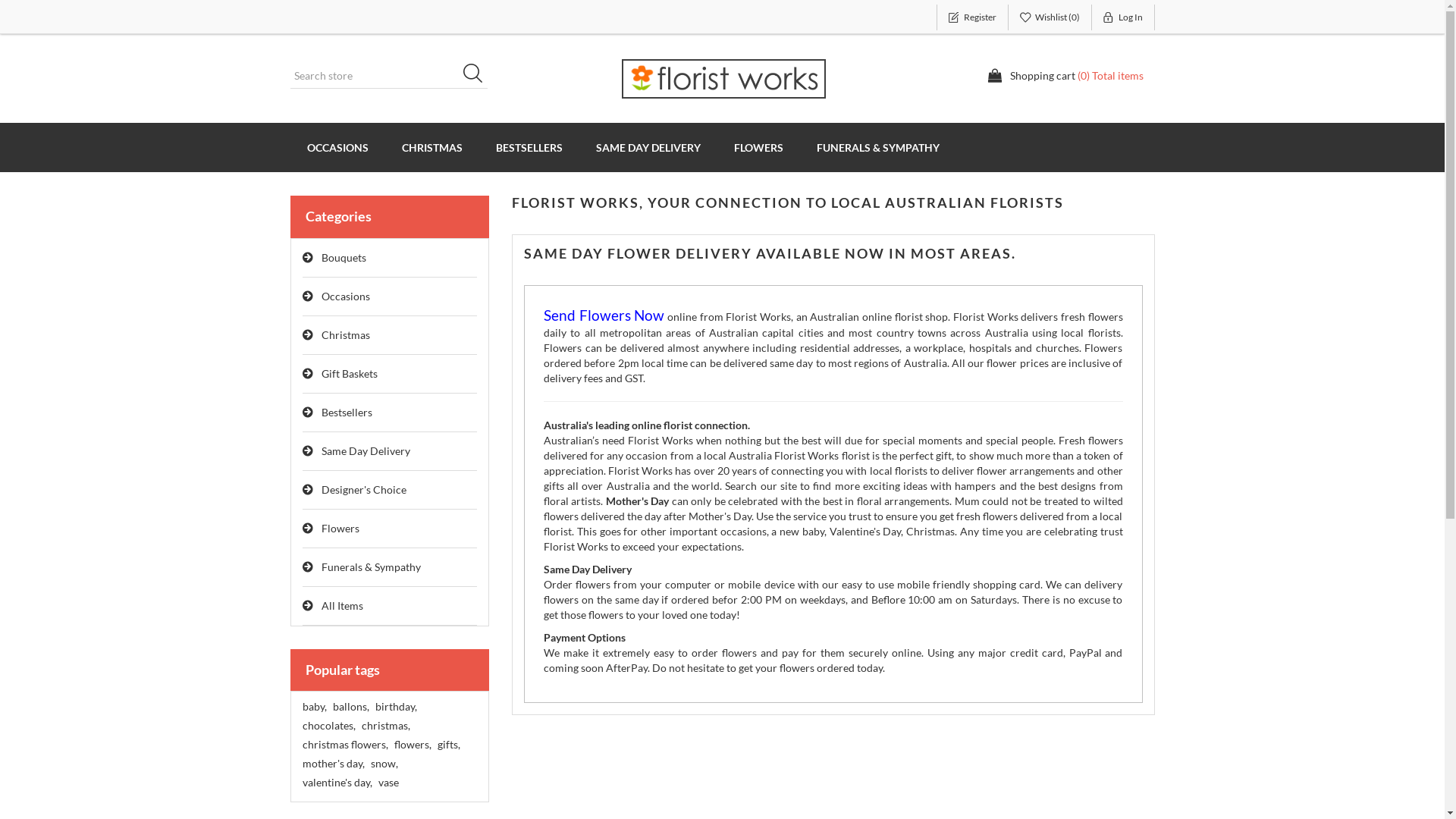 This screenshot has height=819, width=1456. What do you see at coordinates (385, 147) in the screenshot?
I see `'CHRISTMAS'` at bounding box center [385, 147].